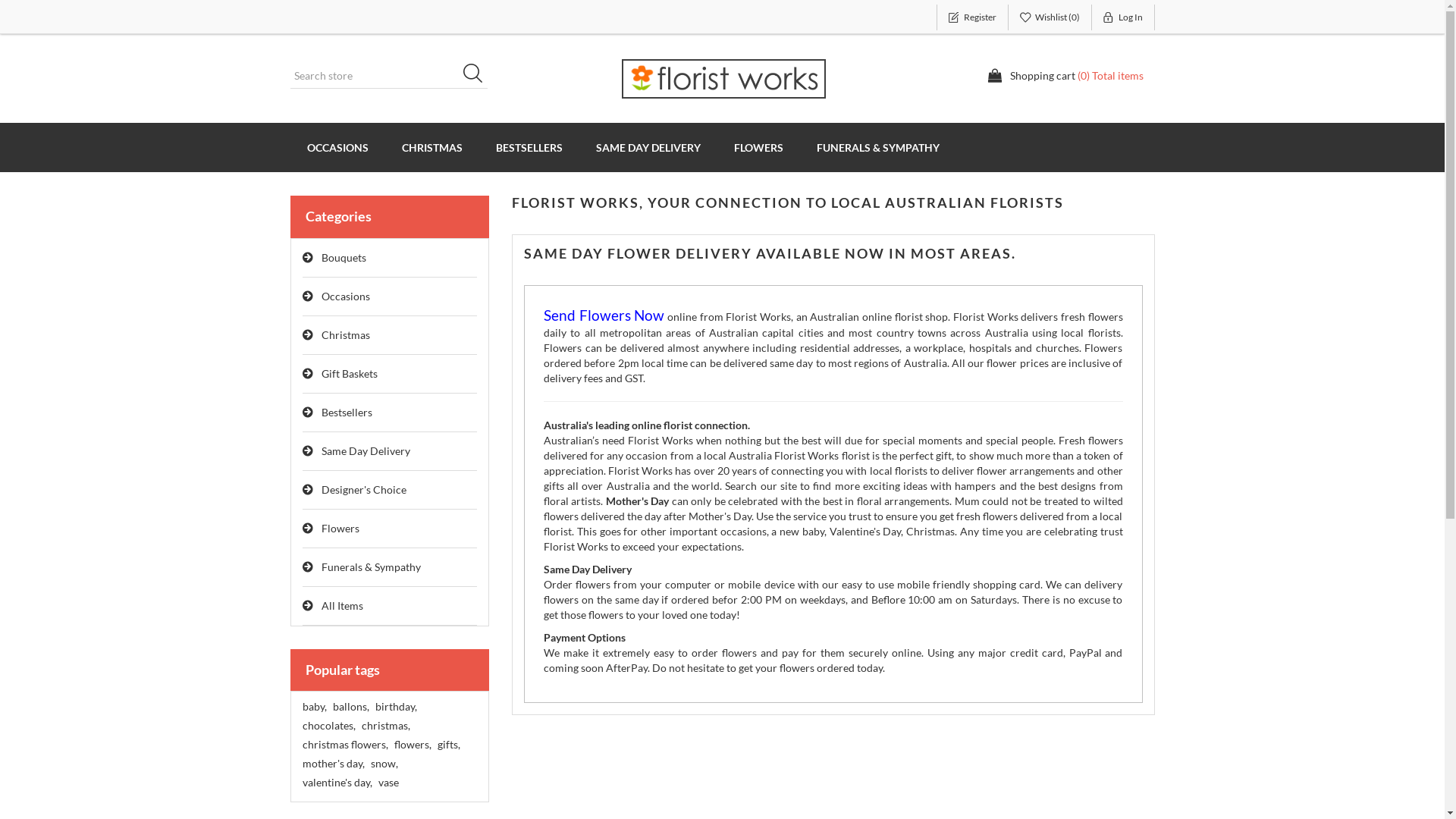 This screenshot has height=819, width=1456. What do you see at coordinates (385, 147) in the screenshot?
I see `'CHRISTMAS'` at bounding box center [385, 147].